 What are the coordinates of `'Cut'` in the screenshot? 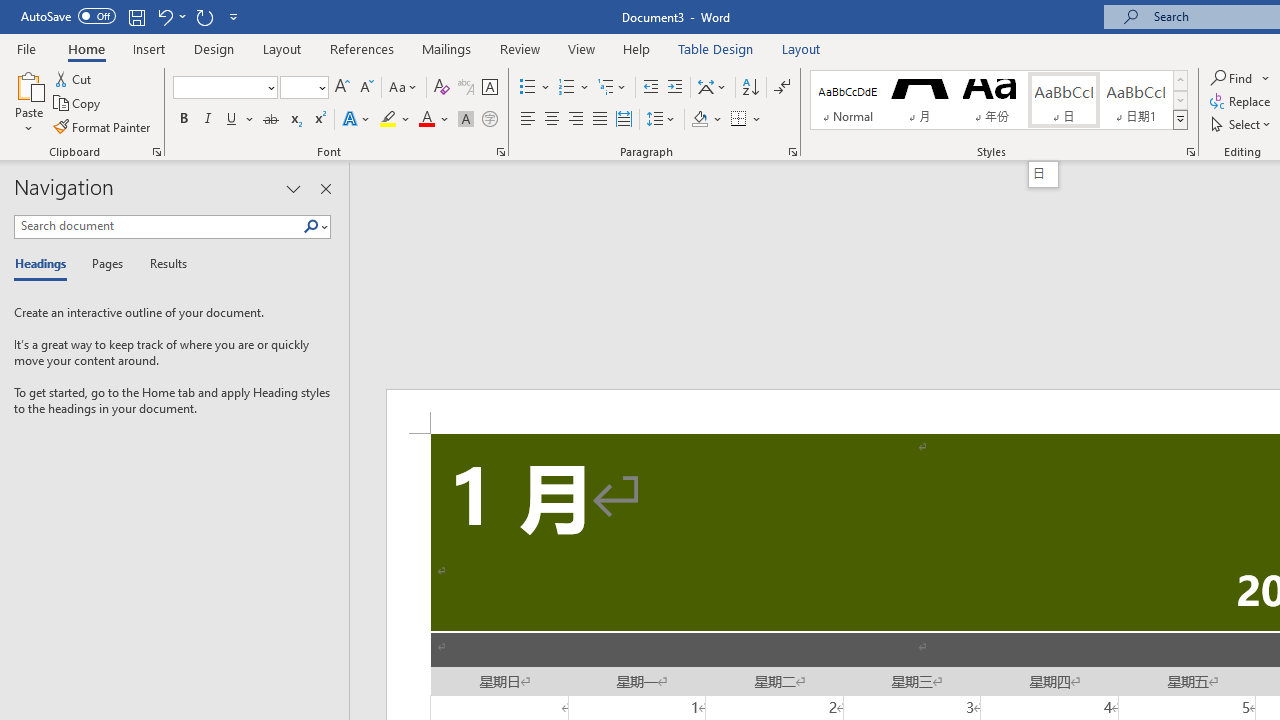 It's located at (74, 78).